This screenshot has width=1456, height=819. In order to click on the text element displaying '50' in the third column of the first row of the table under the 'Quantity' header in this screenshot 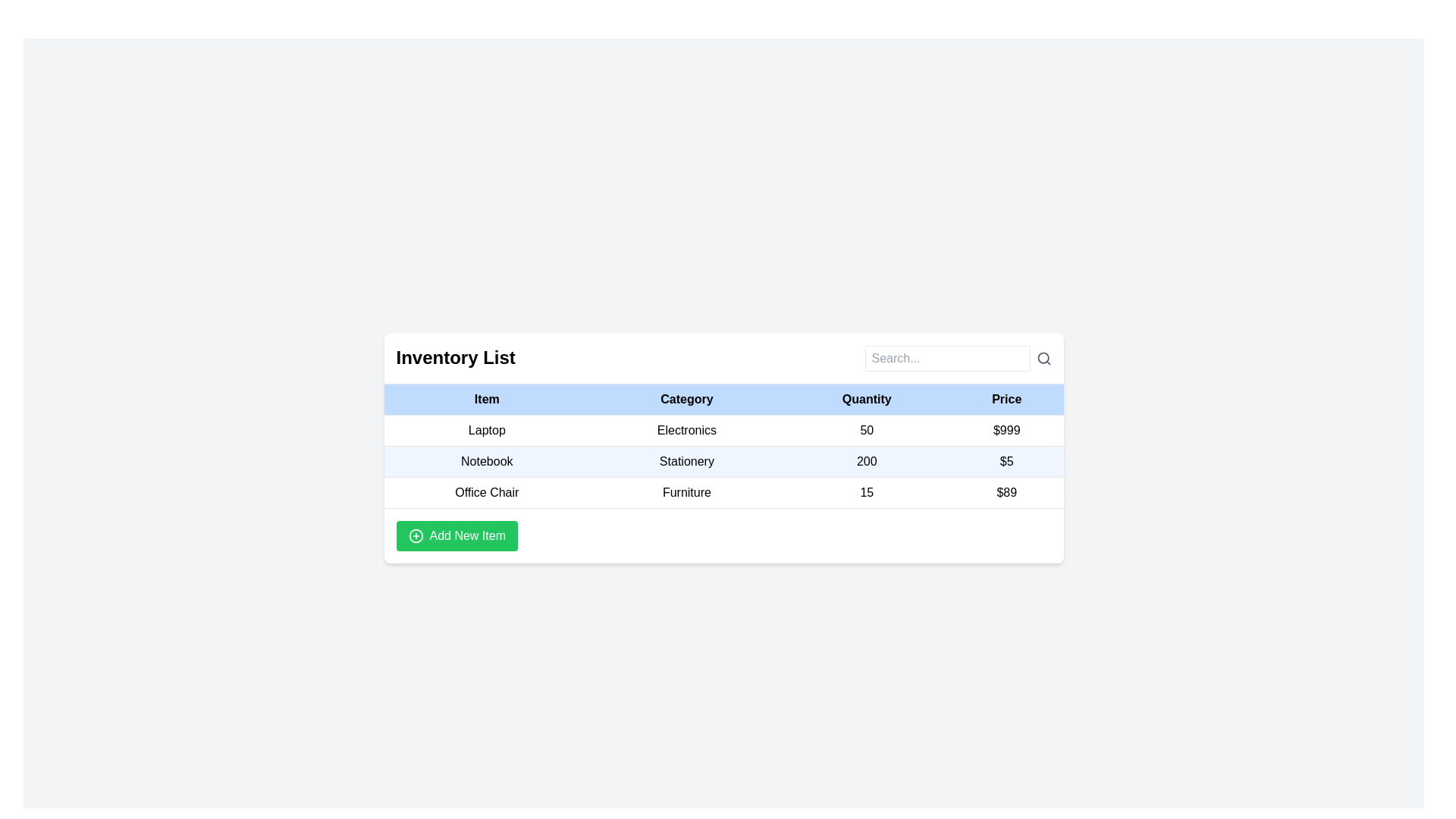, I will do `click(867, 430)`.